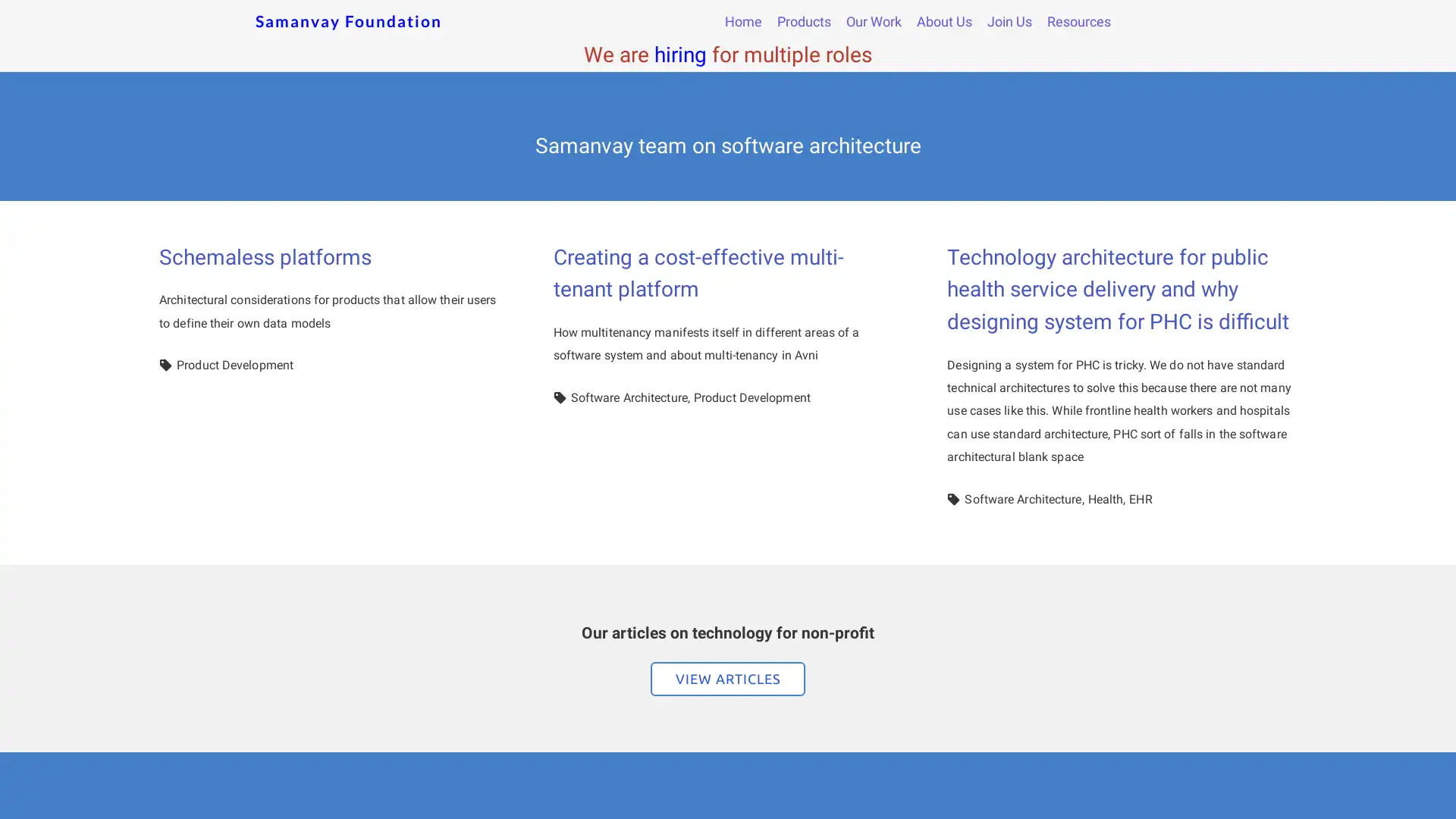 The height and width of the screenshot is (819, 1456). Describe the element at coordinates (728, 677) in the screenshot. I see `VIEW ARTICLES` at that location.